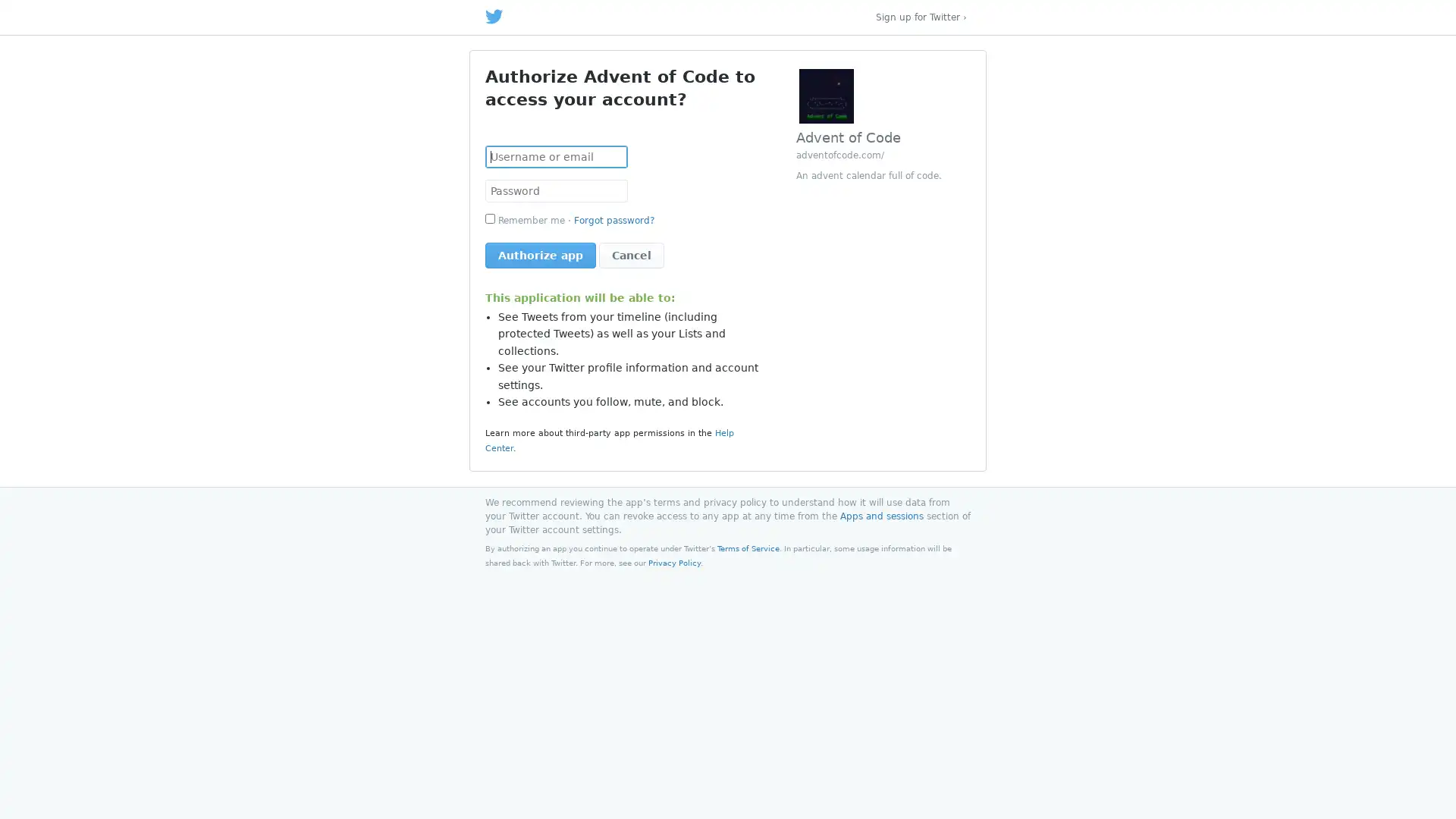  Describe the element at coordinates (632, 254) in the screenshot. I see `Cancel` at that location.